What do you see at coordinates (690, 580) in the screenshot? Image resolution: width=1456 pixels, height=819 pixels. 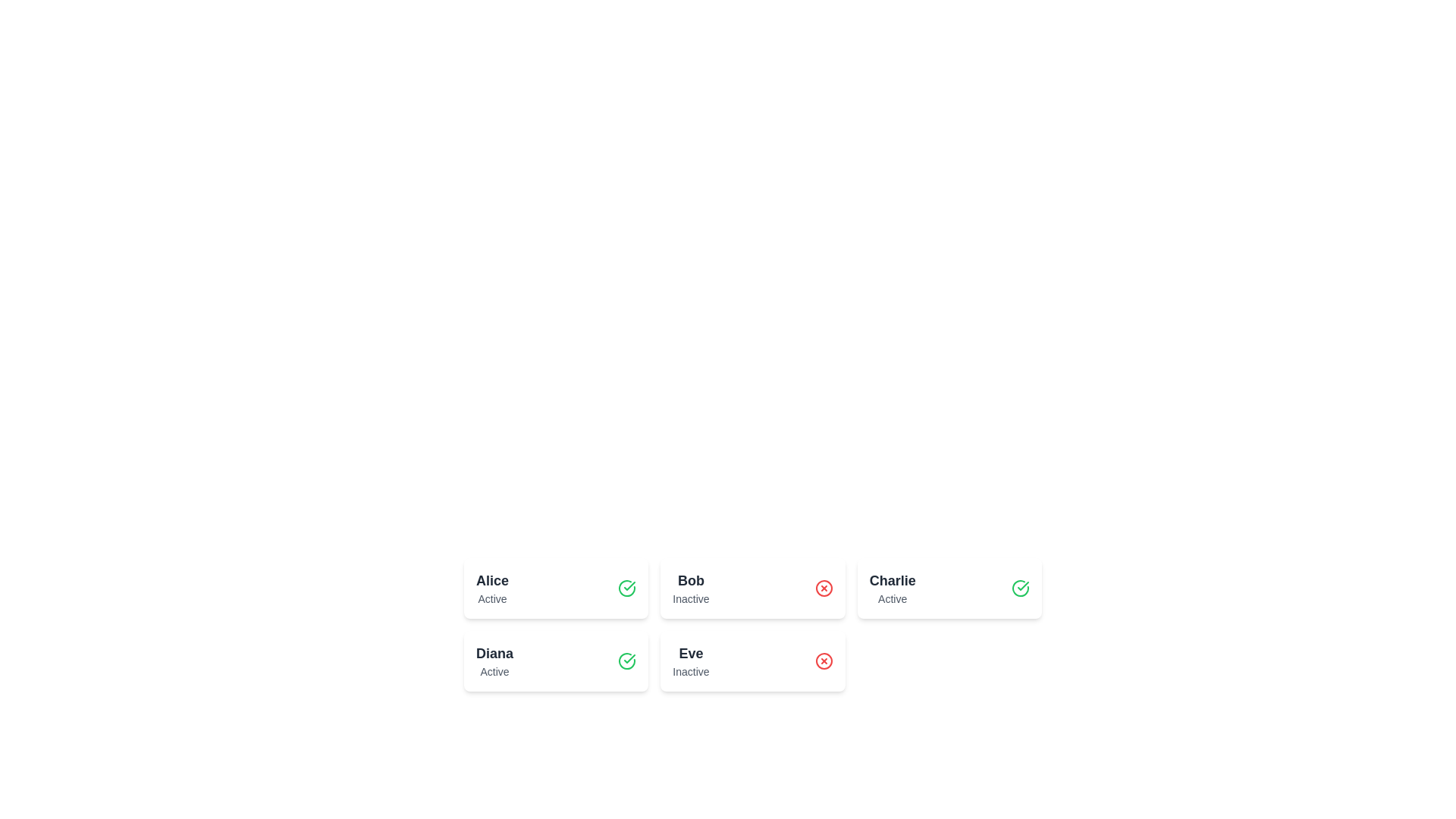 I see `the static text label 'Bob' which is styled with a bold font weight, located within a card-like interface under the name column` at bounding box center [690, 580].